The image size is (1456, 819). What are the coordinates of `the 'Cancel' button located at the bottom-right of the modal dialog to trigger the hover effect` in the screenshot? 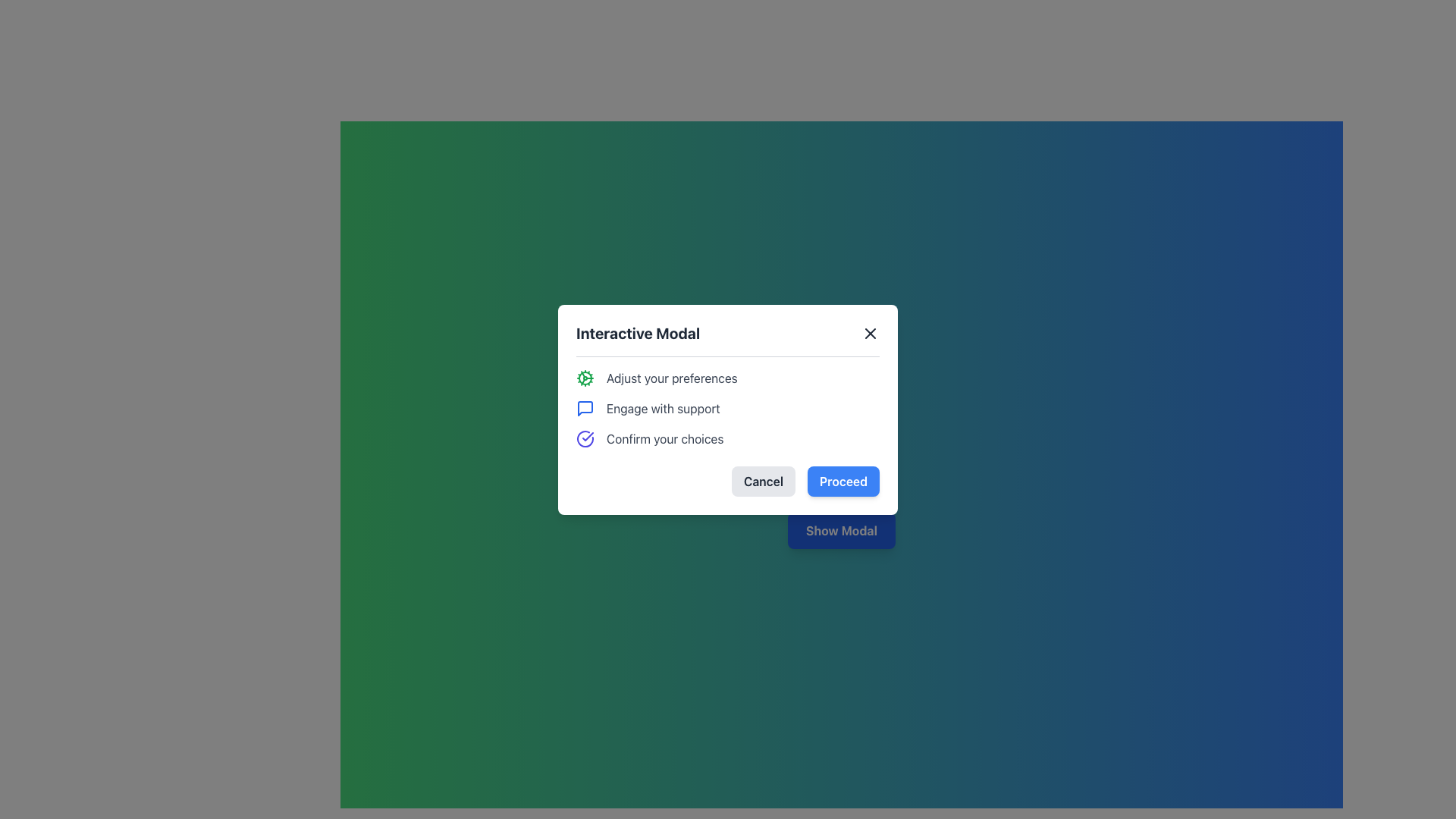 It's located at (764, 481).